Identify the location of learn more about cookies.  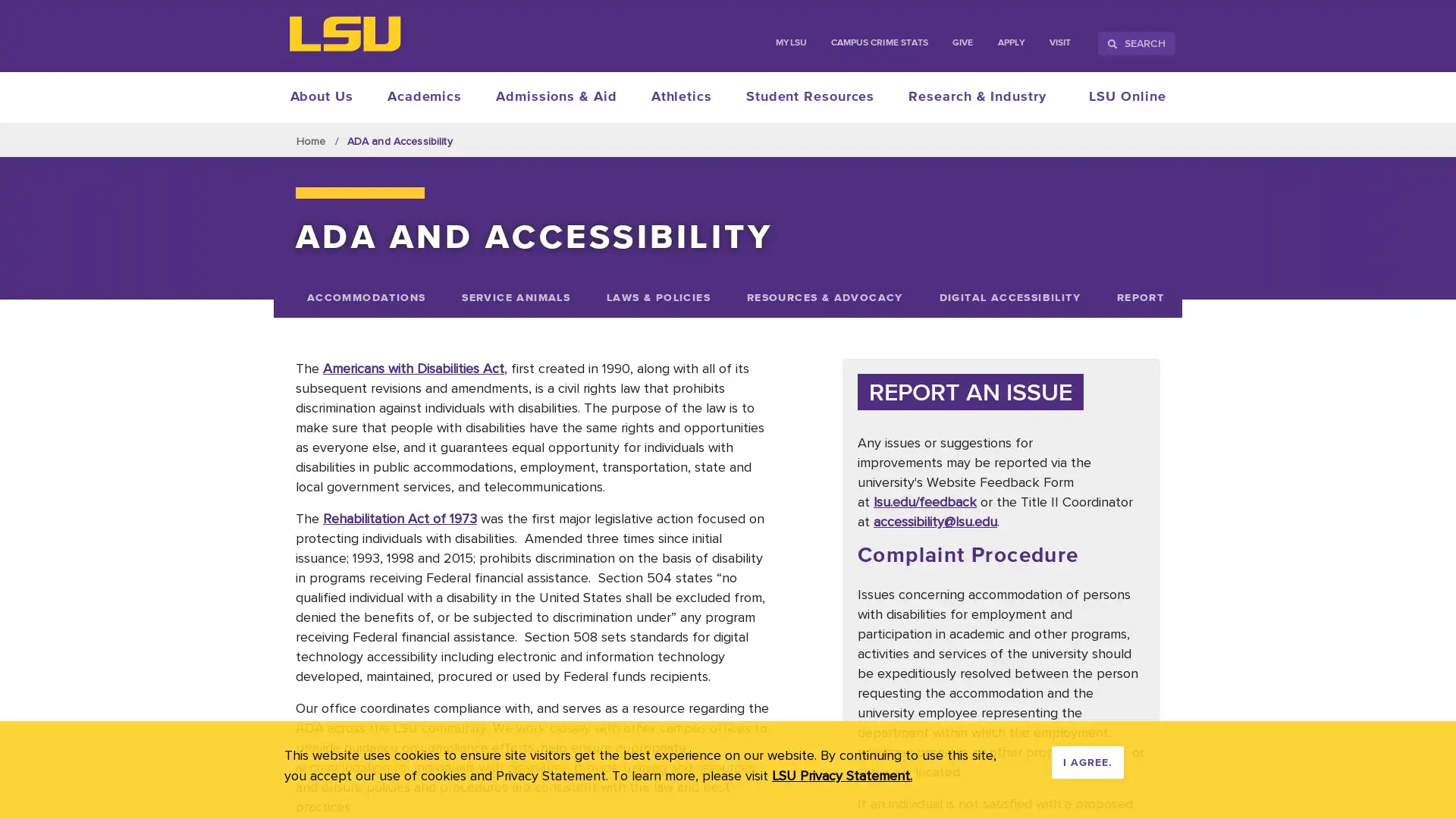
(841, 775).